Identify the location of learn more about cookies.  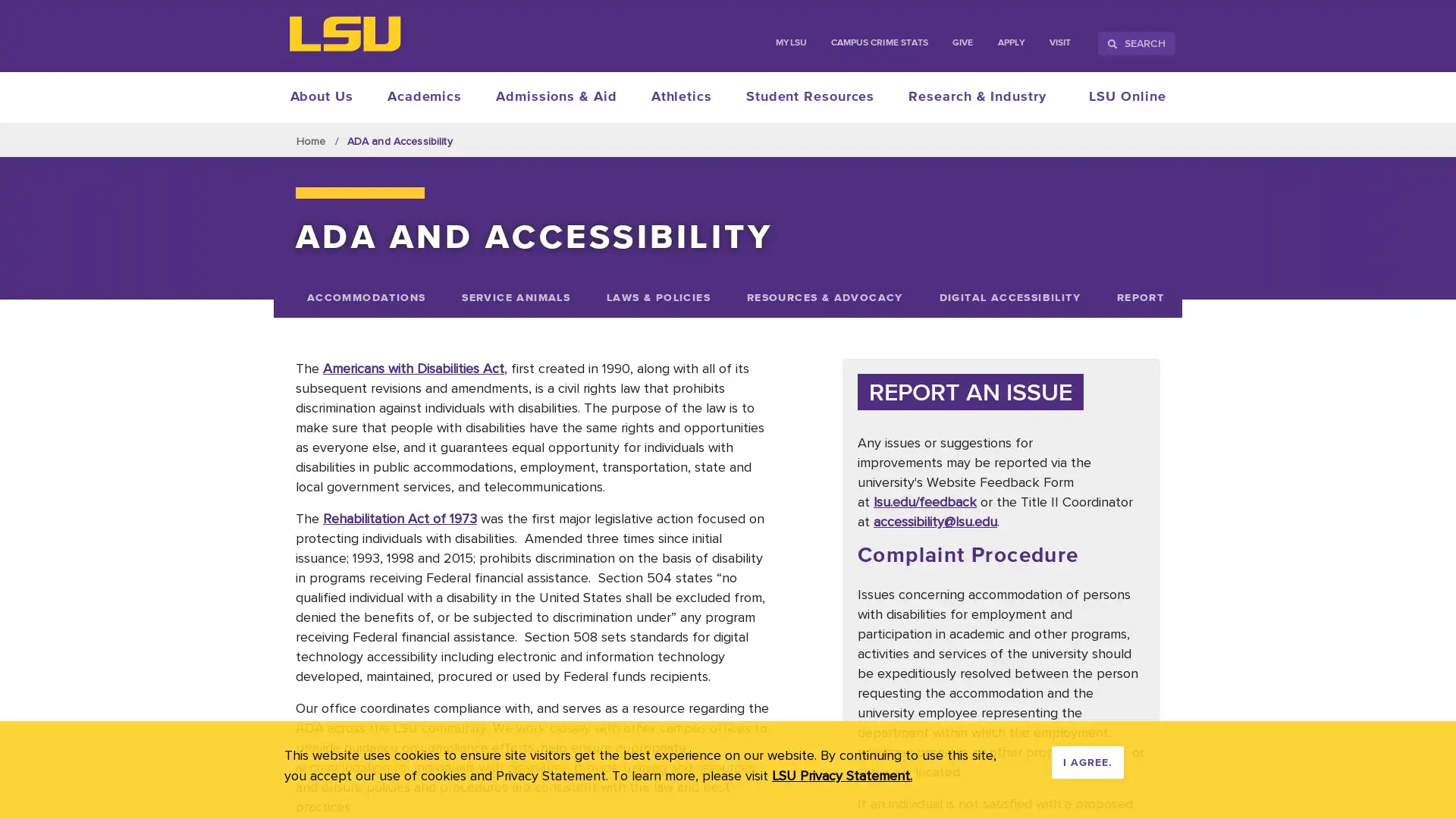
(841, 775).